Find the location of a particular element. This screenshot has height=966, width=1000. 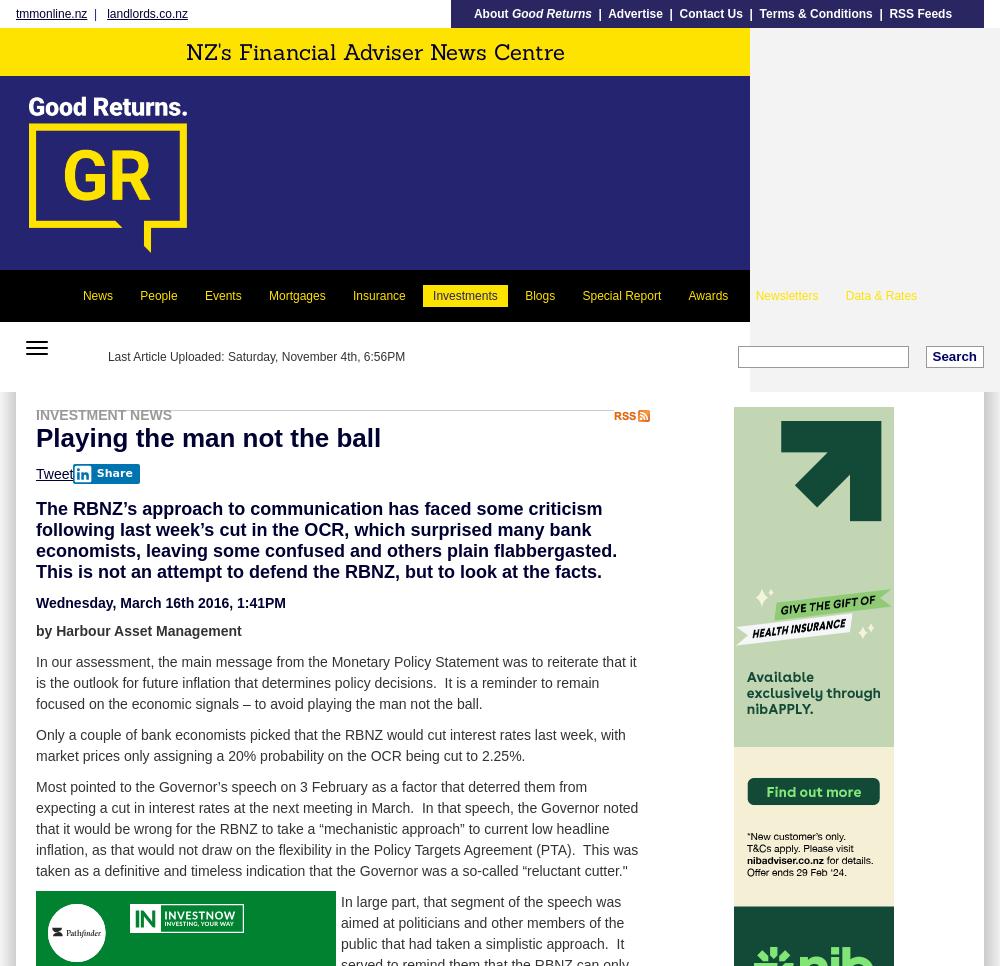

'Special Report' is located at coordinates (620, 294).